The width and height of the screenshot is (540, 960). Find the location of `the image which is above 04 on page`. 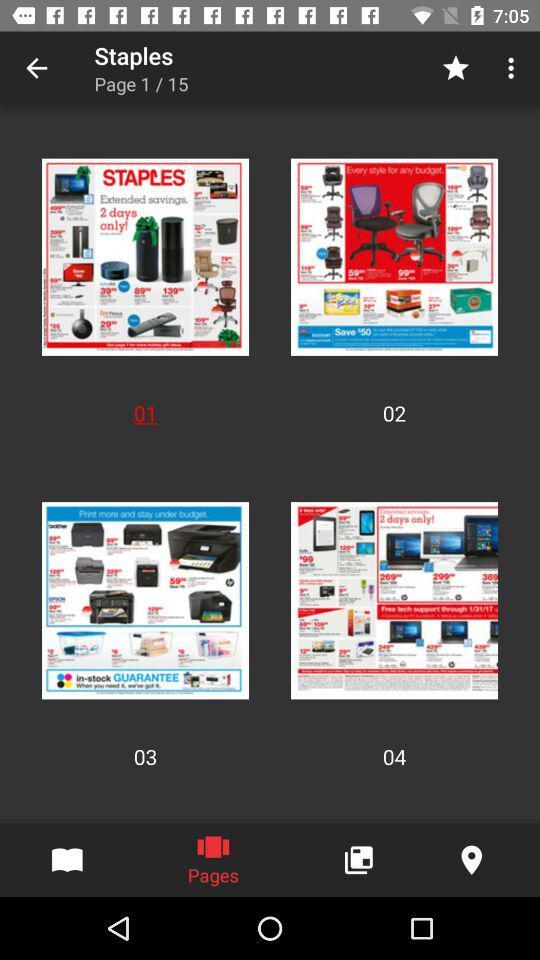

the image which is above 04 on page is located at coordinates (394, 600).